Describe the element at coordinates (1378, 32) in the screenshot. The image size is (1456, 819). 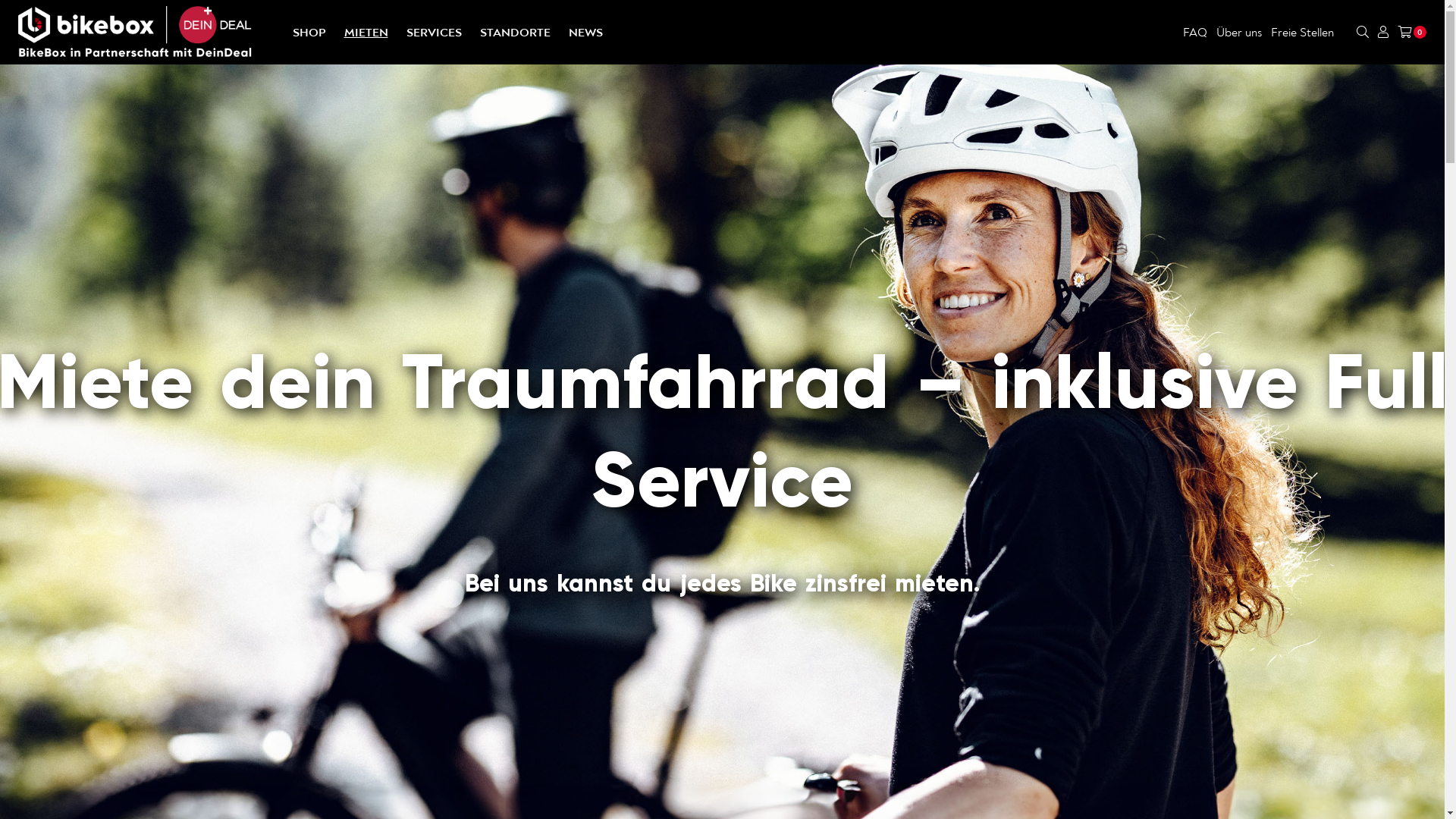
I see `'Mein Konto'` at that location.